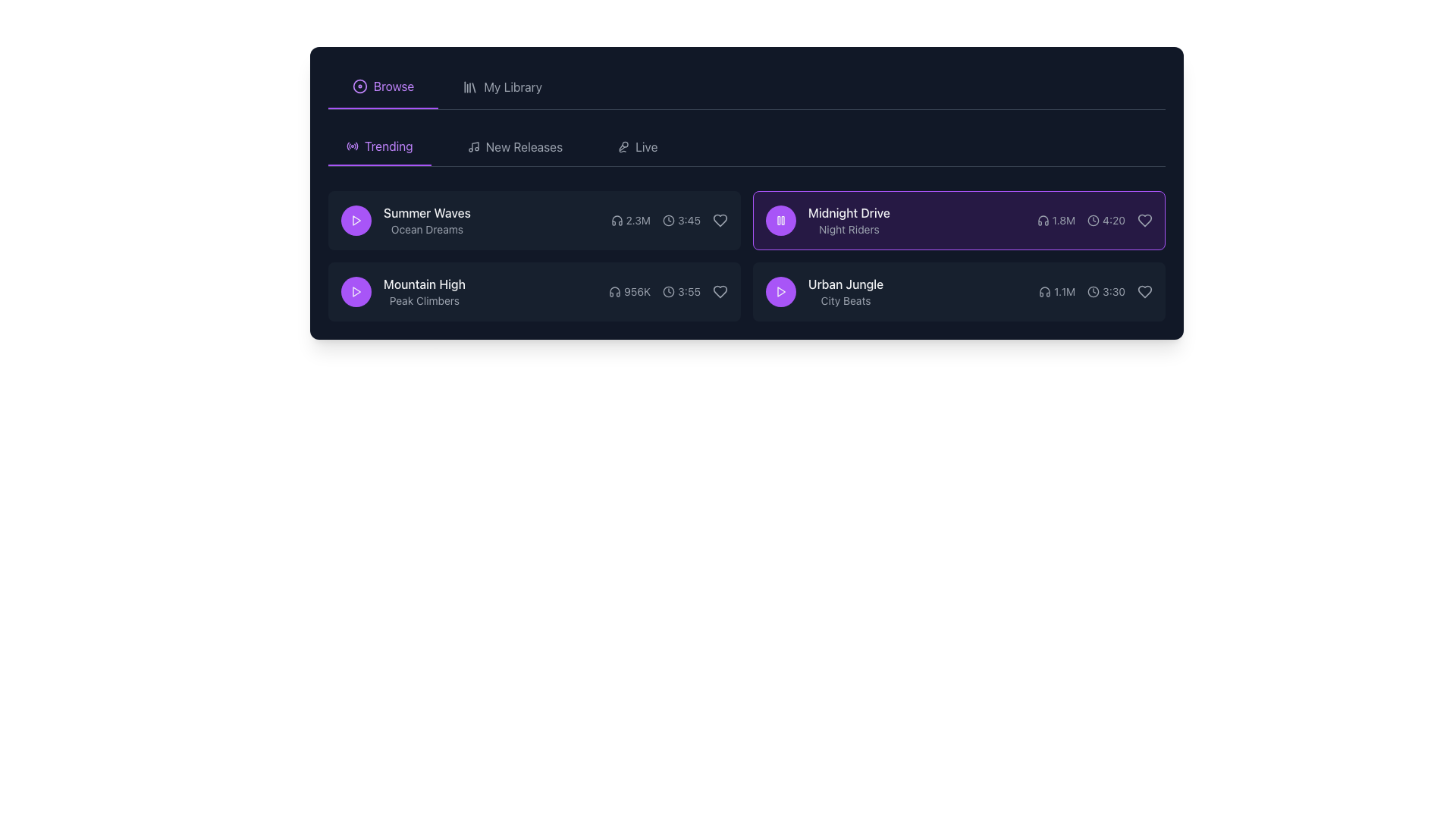  I want to click on the heart-shaped outline icon, so click(1145, 292).